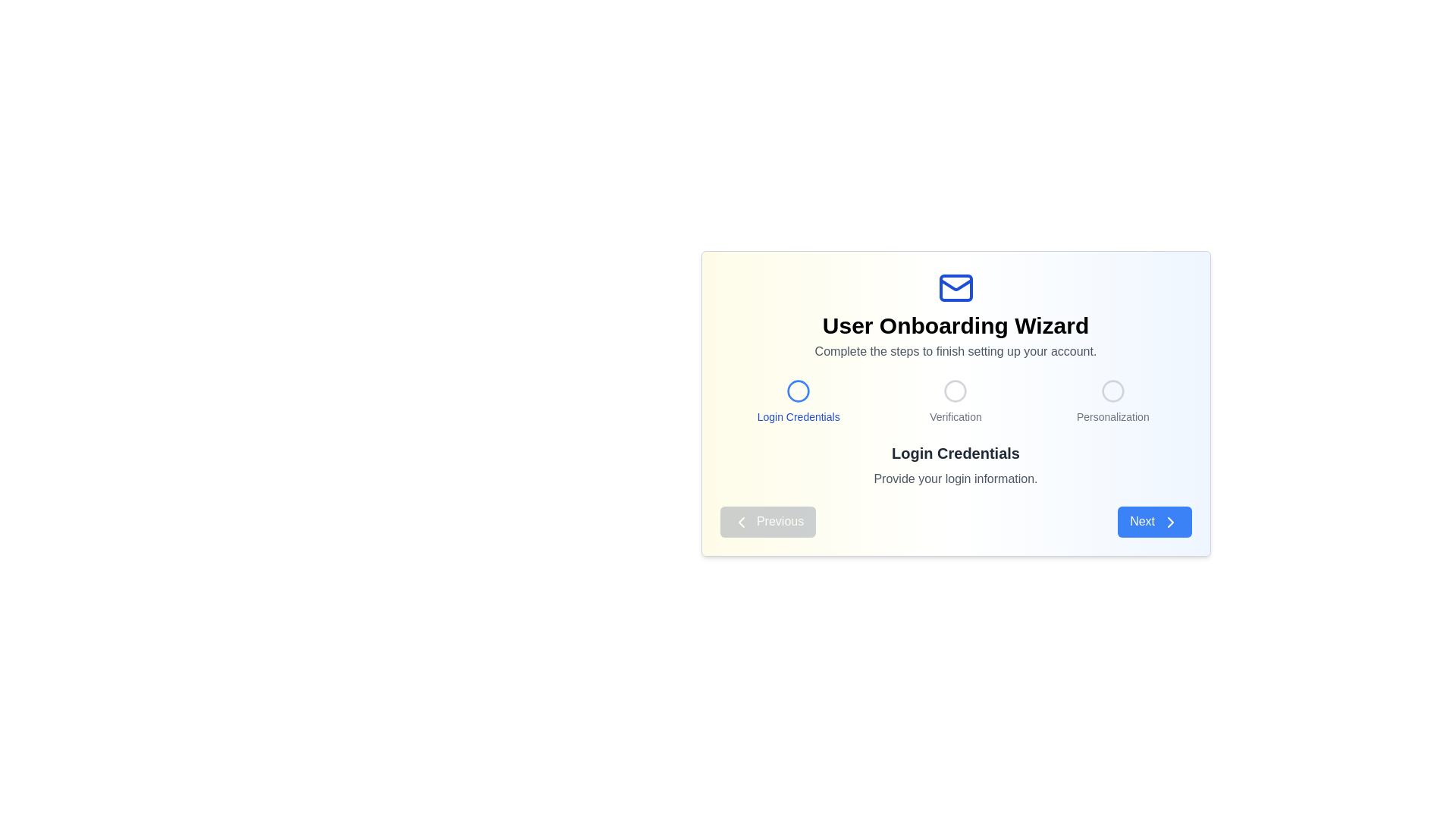 This screenshot has width=1456, height=819. I want to click on the visual state of the first circle icon in the onboarding wizard interface, which has a blue outline and a transparent center, indicating a step in the process, so click(798, 391).